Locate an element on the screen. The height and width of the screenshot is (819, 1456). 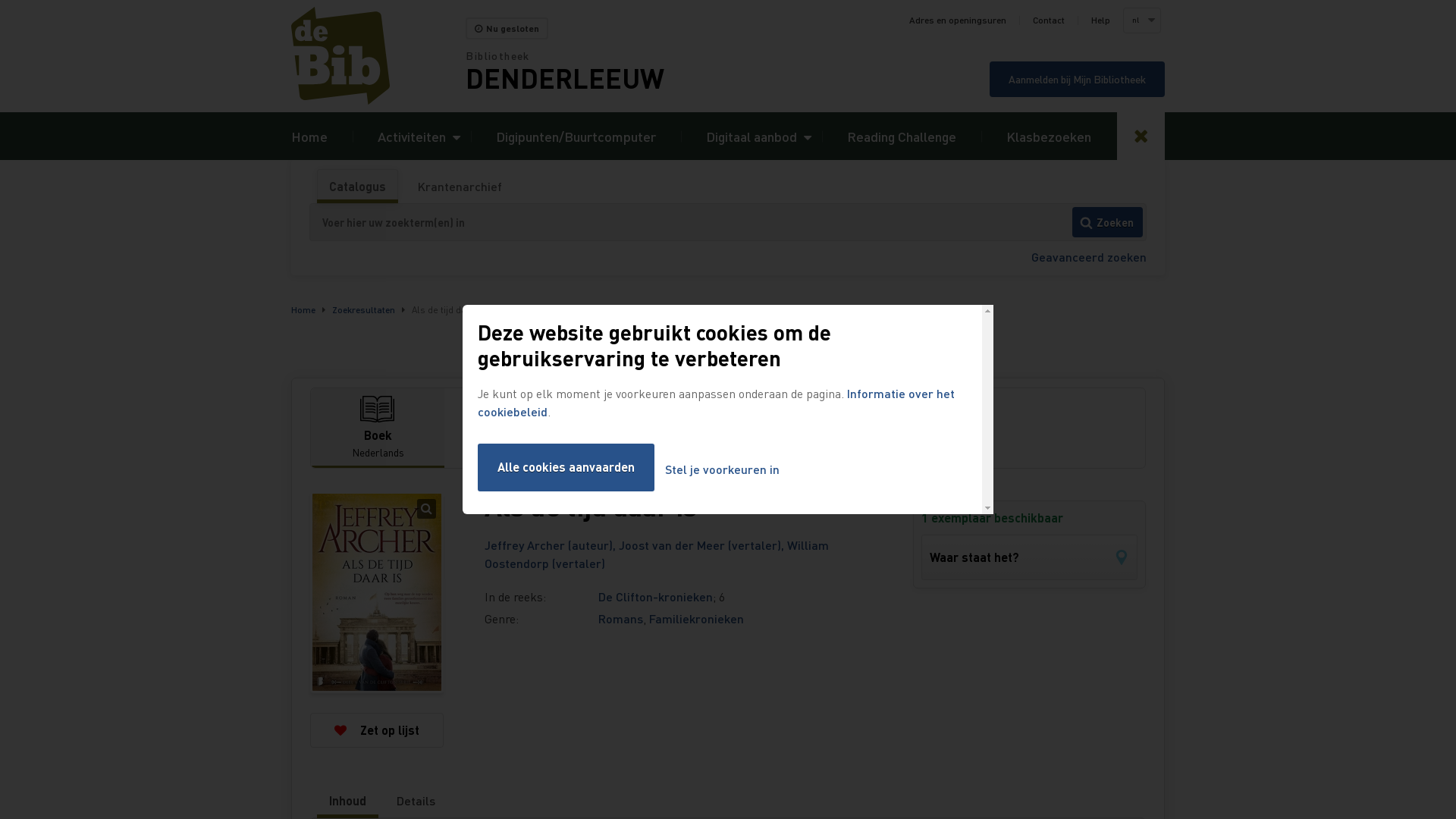
'Digipunten/Buurtcomputer' is located at coordinates (575, 135).